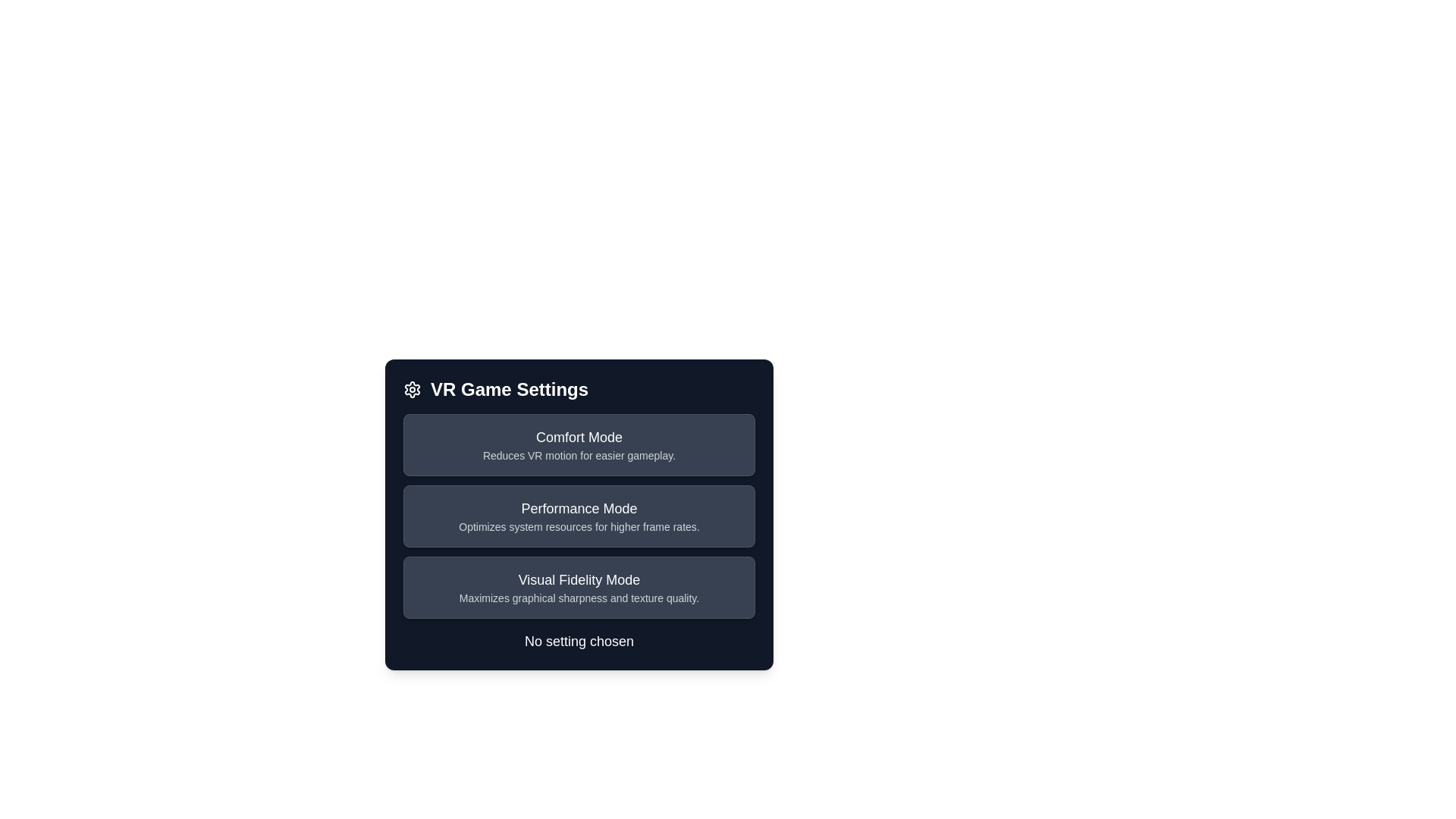 The width and height of the screenshot is (1456, 819). Describe the element at coordinates (578, 587) in the screenshot. I see `the 'Visual Fidelity Mode' text element in the settings list` at that location.